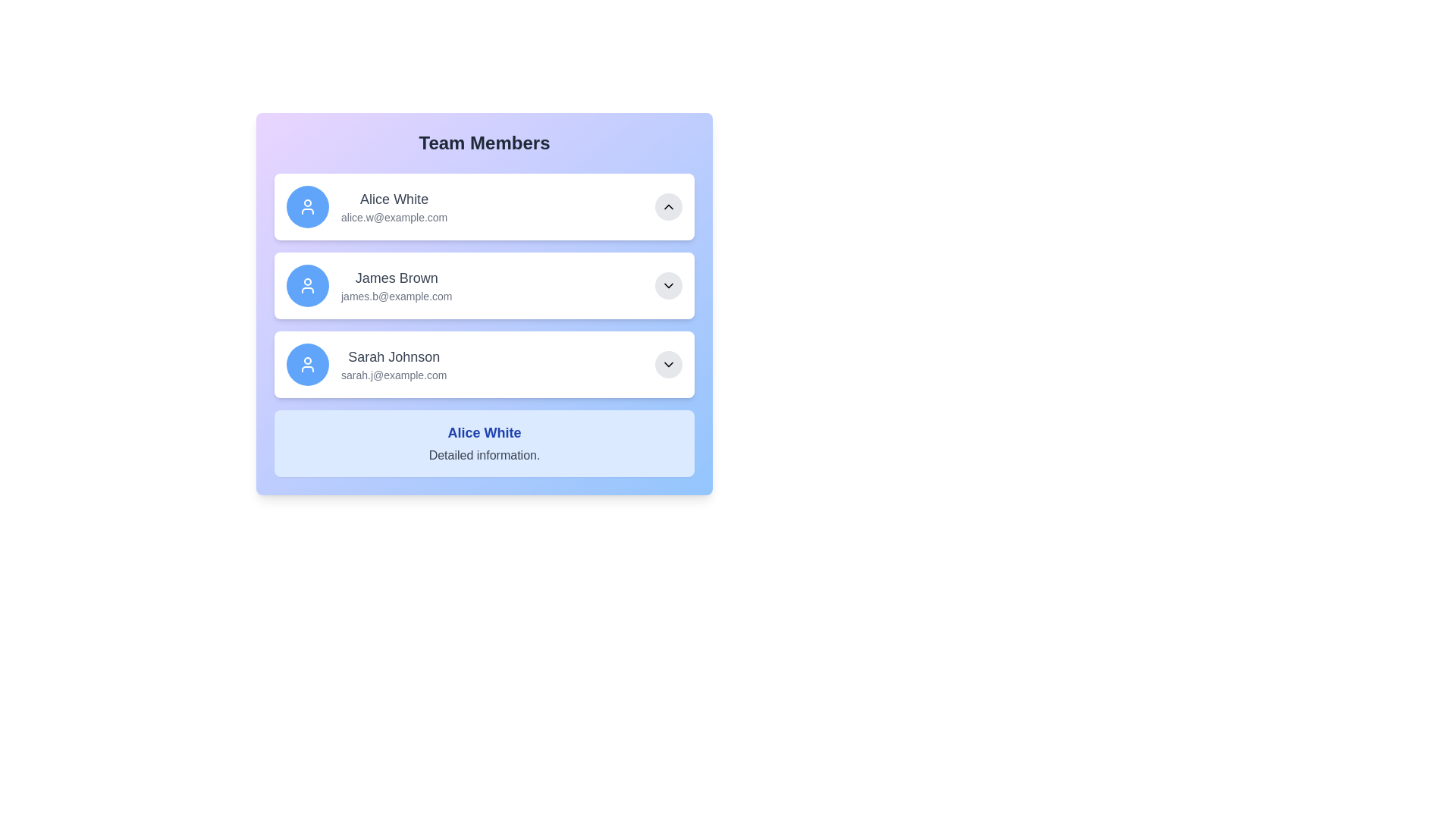  Describe the element at coordinates (668, 286) in the screenshot. I see `the dropdown toggle button located at the top-right corner of the 'James Brown' user card to observe hover effects` at that location.